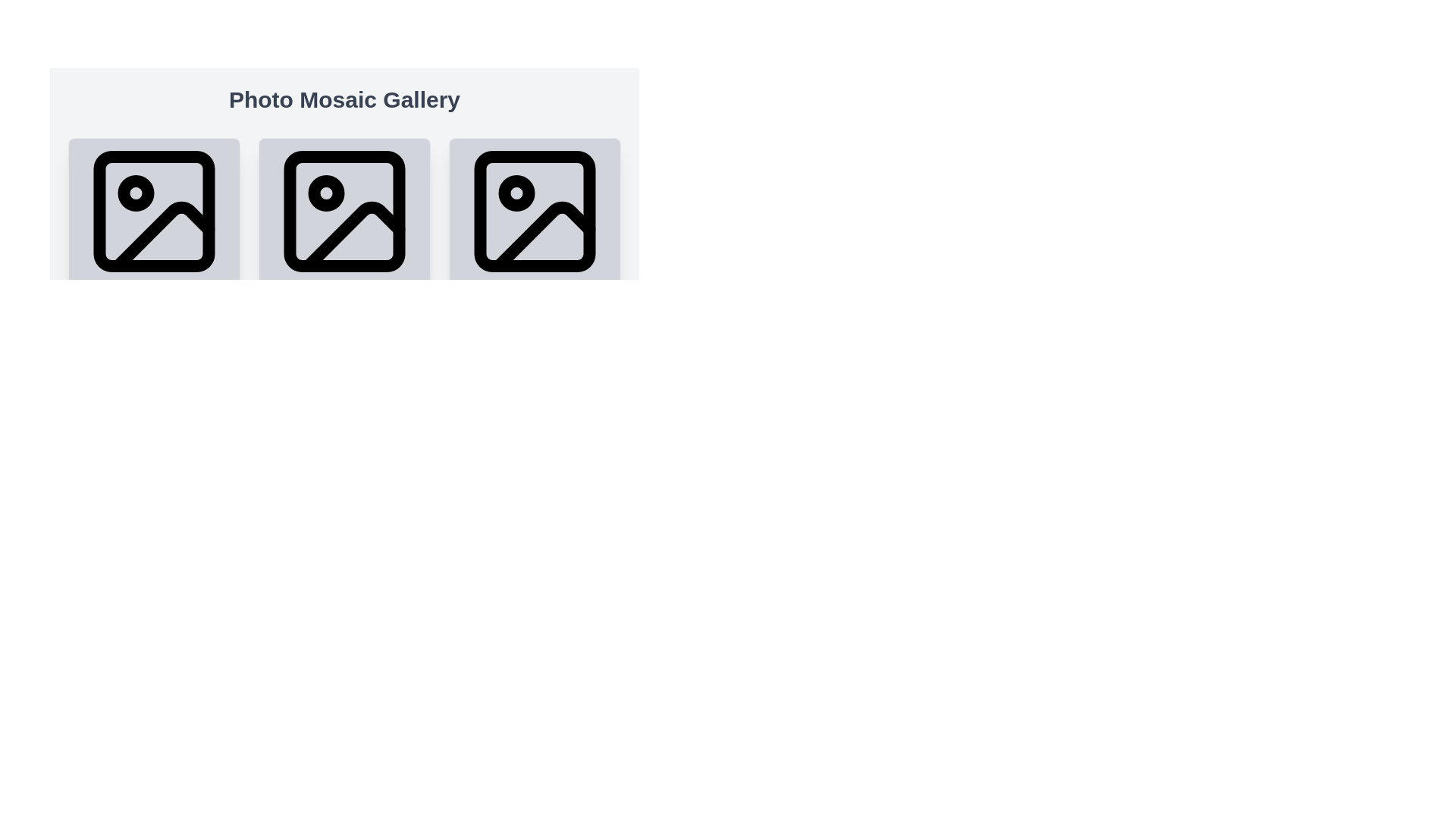 Image resolution: width=1456 pixels, height=819 pixels. I want to click on the SVG Circle element located within the second image icon in the gallery layout by clicking on its center, so click(516, 192).